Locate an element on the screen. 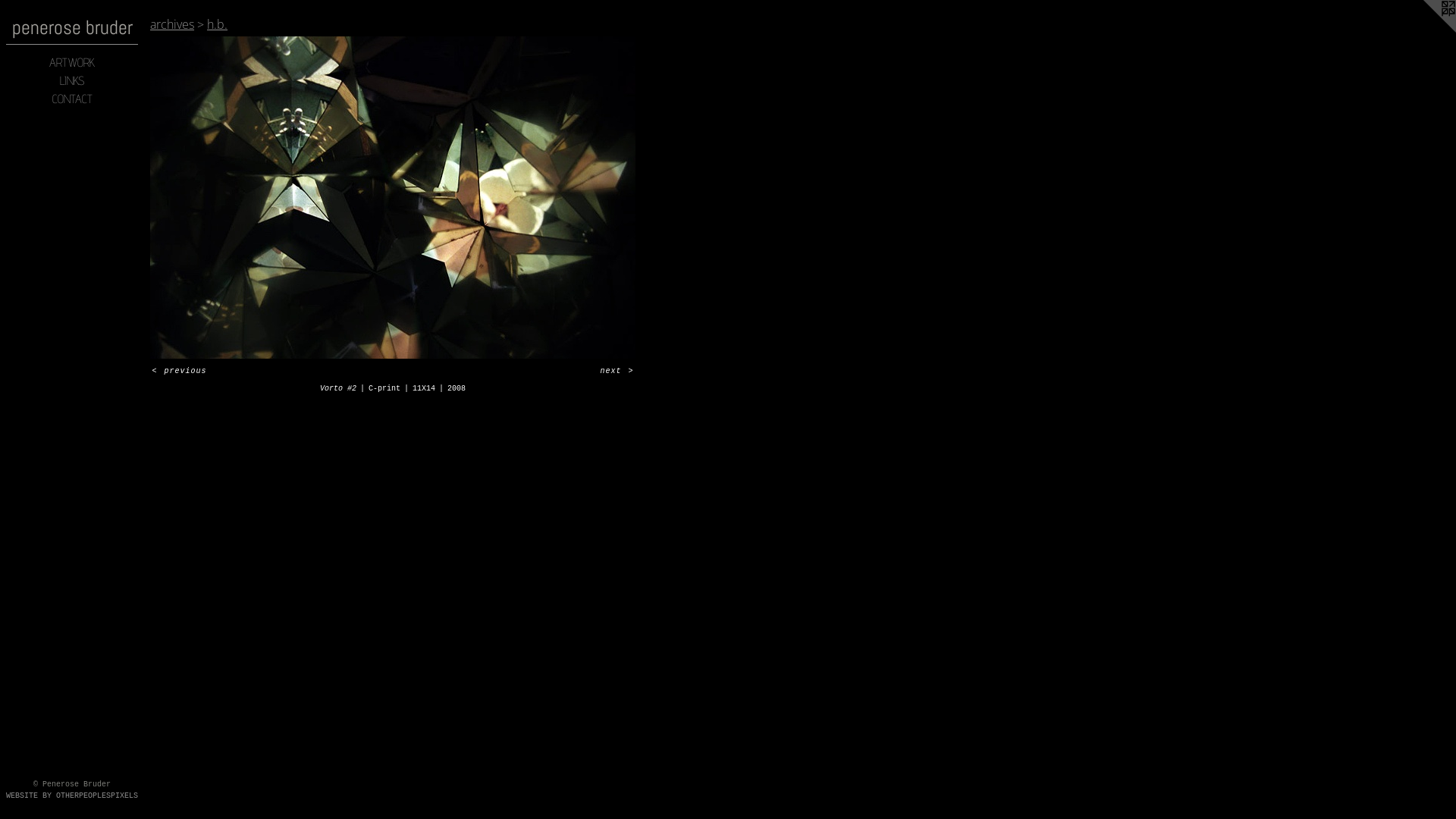  'h.b.' is located at coordinates (216, 24).